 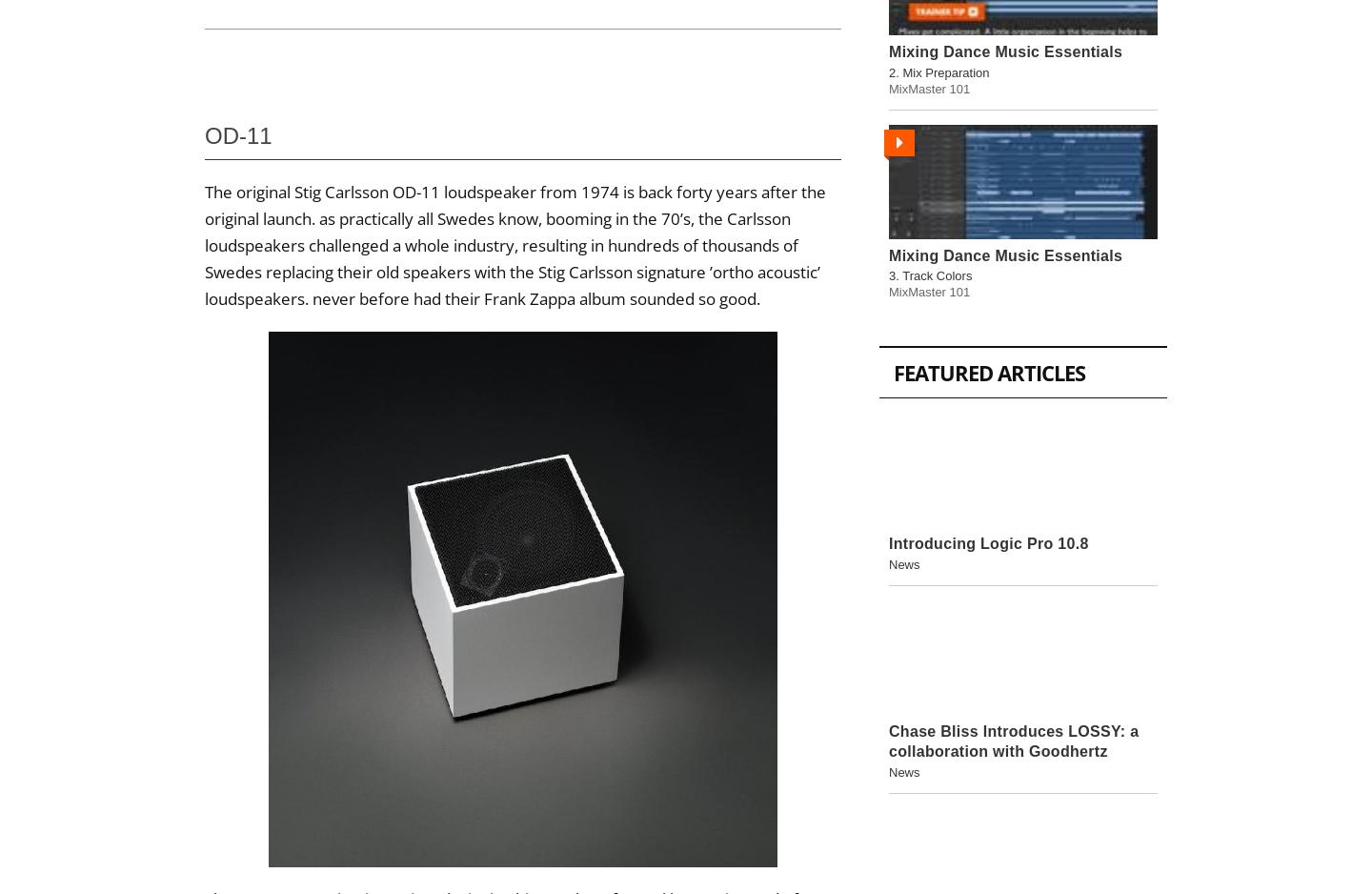 What do you see at coordinates (894, 371) in the screenshot?
I see `'Featured Articles'` at bounding box center [894, 371].